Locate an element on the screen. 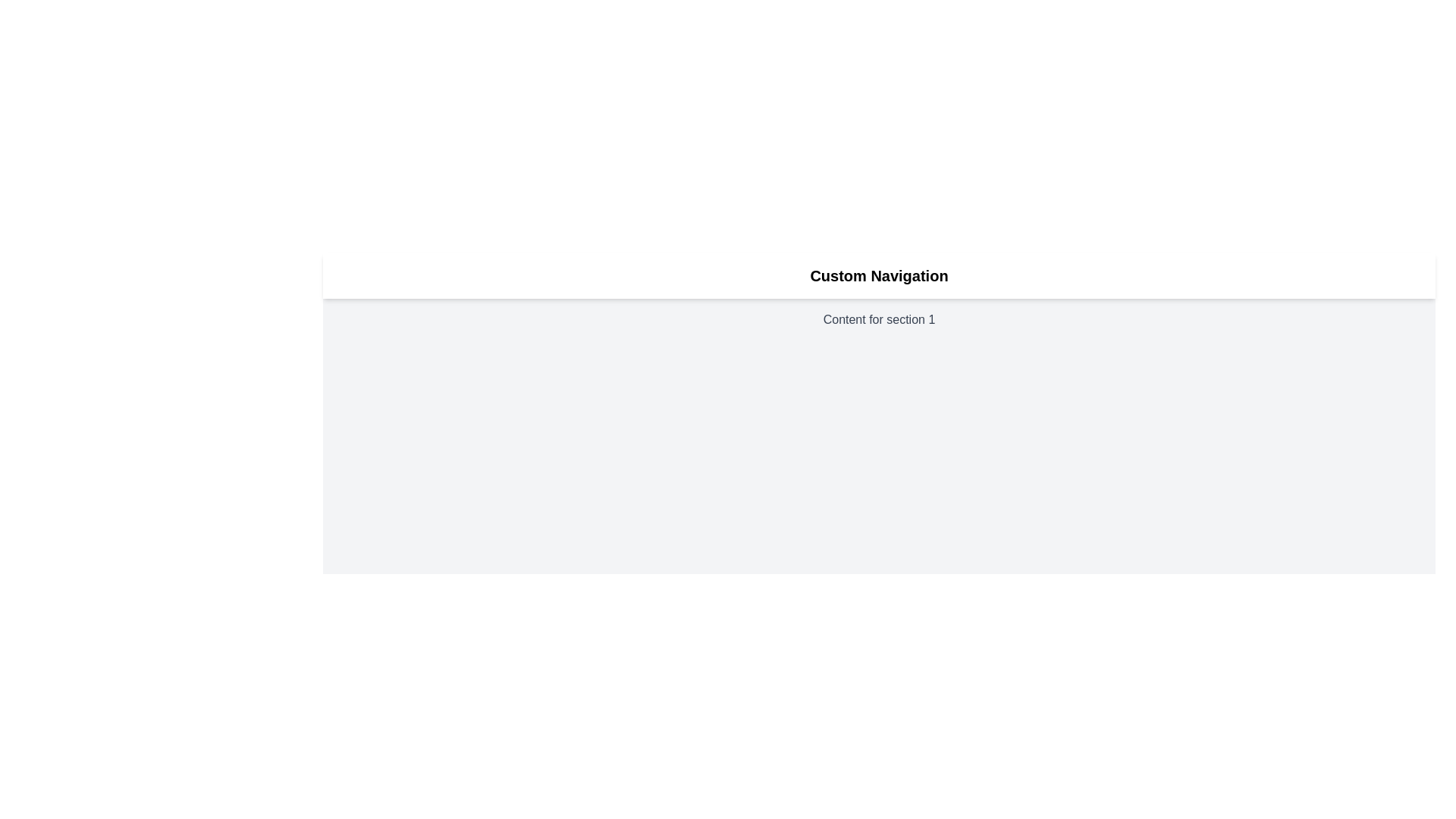 This screenshot has width=1456, height=819. text content from the Header element located at the top of the interface, which serves as a title or navigation indication above the section containing 'Content for section 1' is located at coordinates (879, 275).